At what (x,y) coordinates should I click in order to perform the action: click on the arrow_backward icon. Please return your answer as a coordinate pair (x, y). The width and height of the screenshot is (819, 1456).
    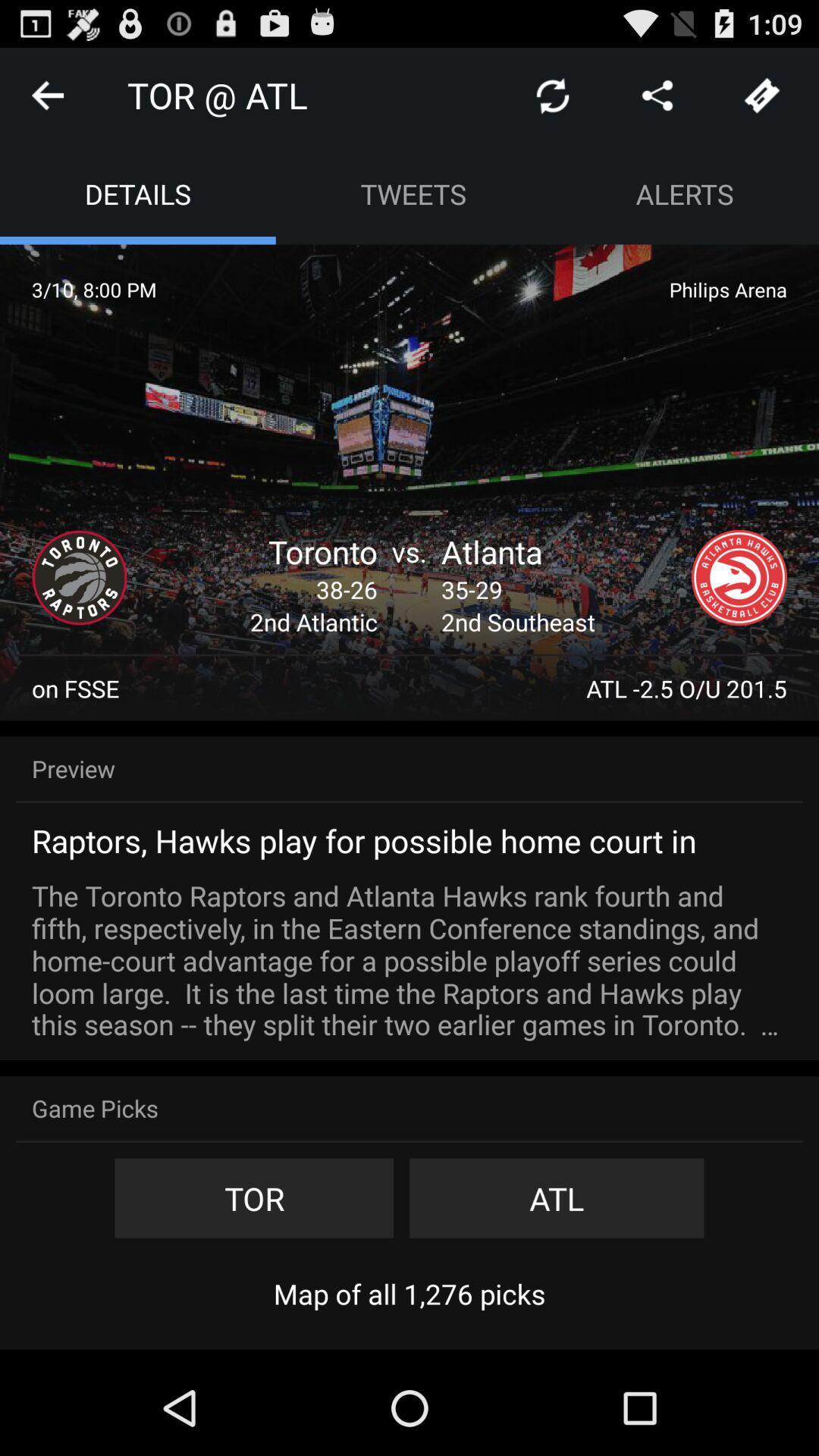
    Looking at the image, I should click on (46, 101).